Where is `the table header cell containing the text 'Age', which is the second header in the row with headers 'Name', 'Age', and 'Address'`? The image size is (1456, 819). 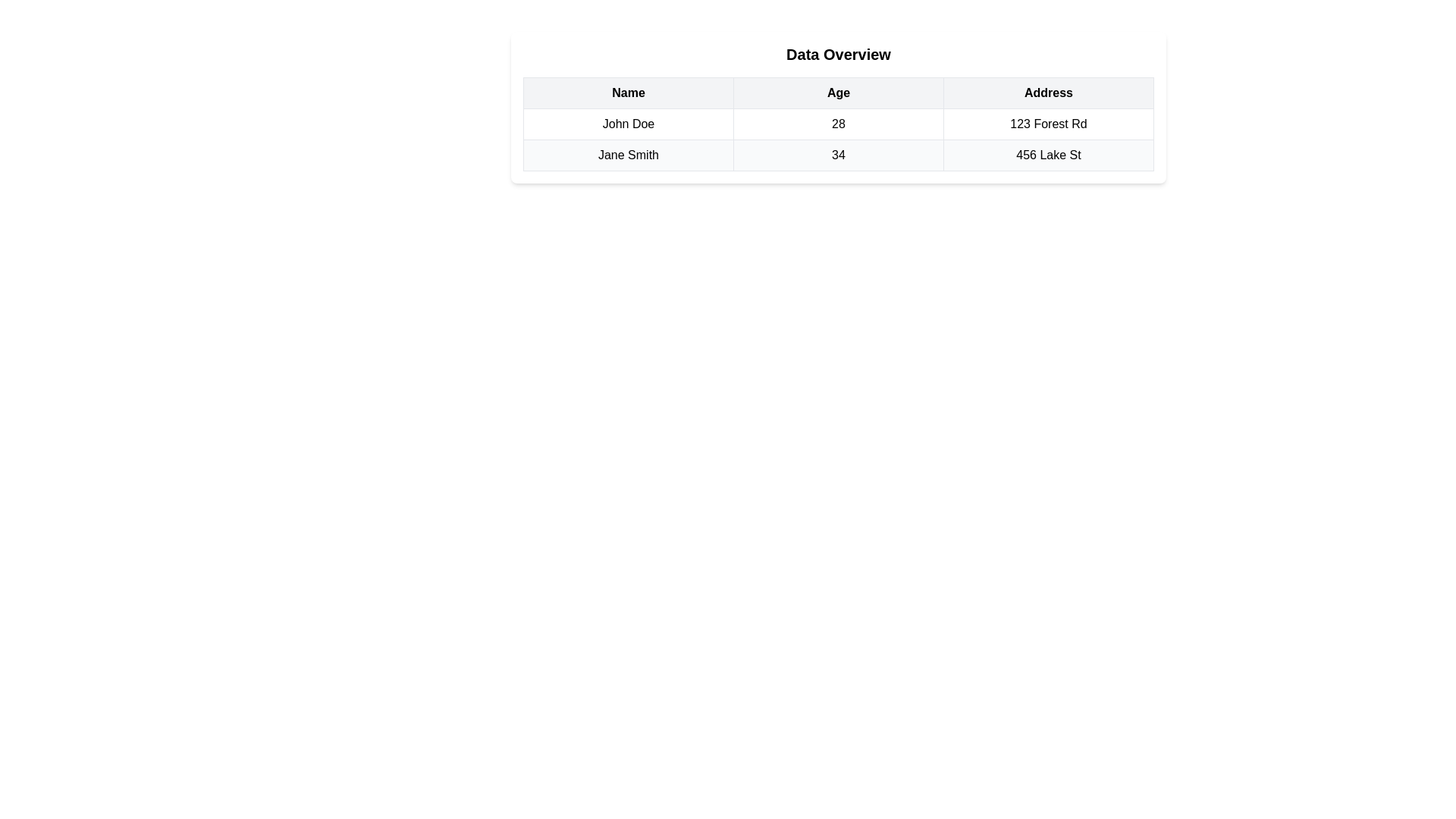
the table header cell containing the text 'Age', which is the second header in the row with headers 'Name', 'Age', and 'Address' is located at coordinates (837, 93).